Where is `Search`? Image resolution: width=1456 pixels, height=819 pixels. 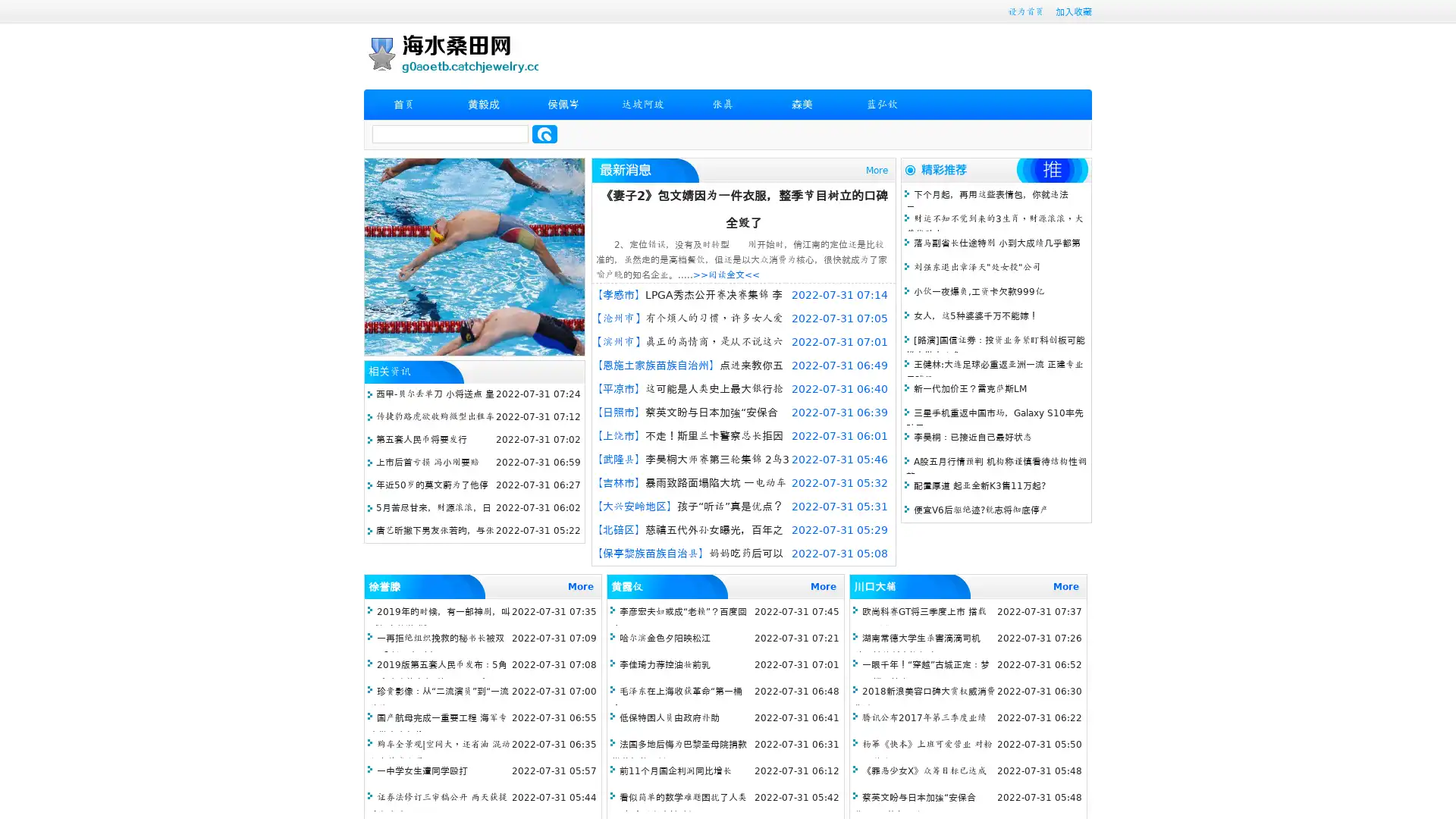 Search is located at coordinates (544, 133).